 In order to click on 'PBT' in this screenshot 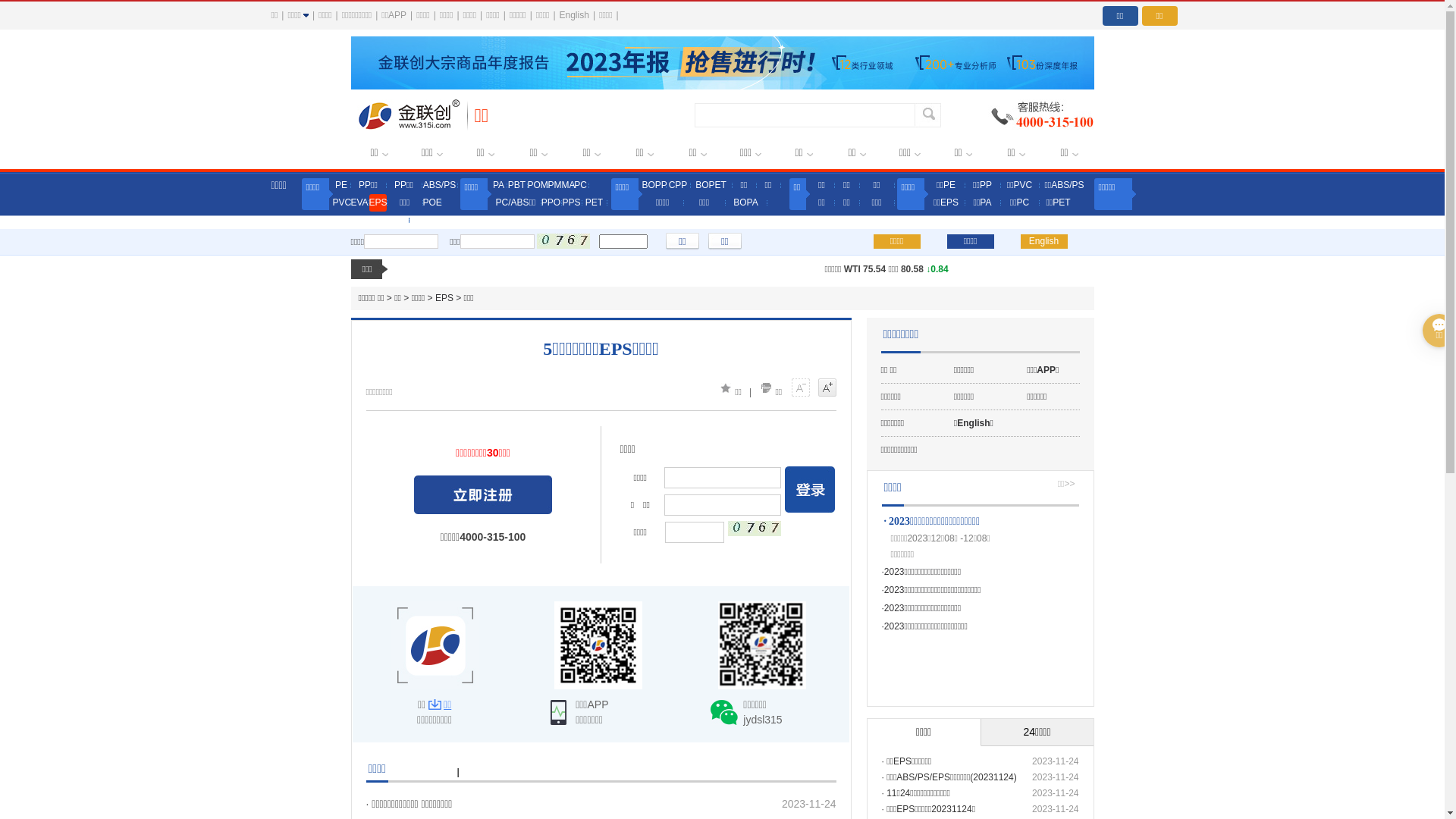, I will do `click(516, 184)`.